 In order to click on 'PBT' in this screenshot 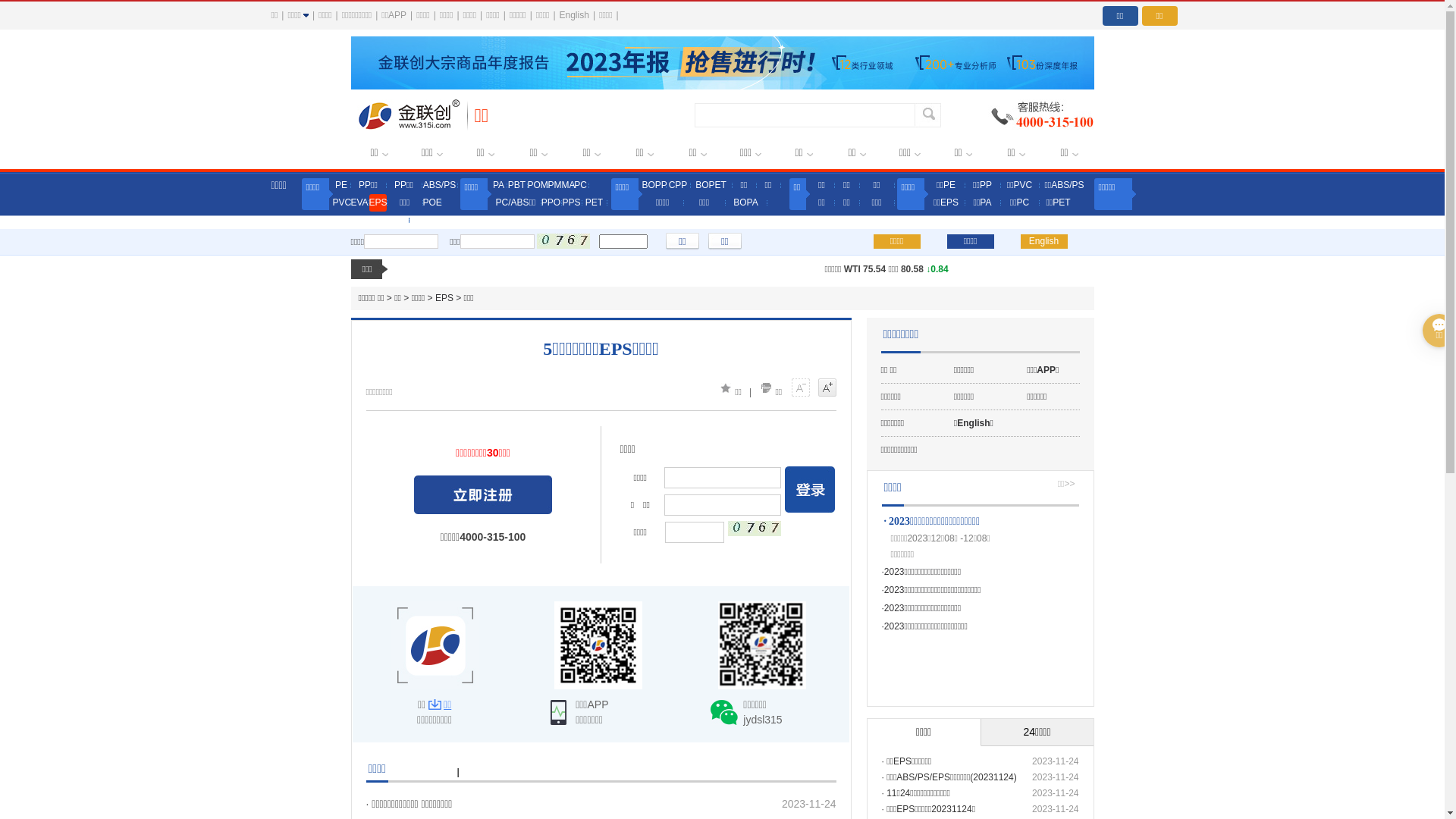, I will do `click(516, 184)`.